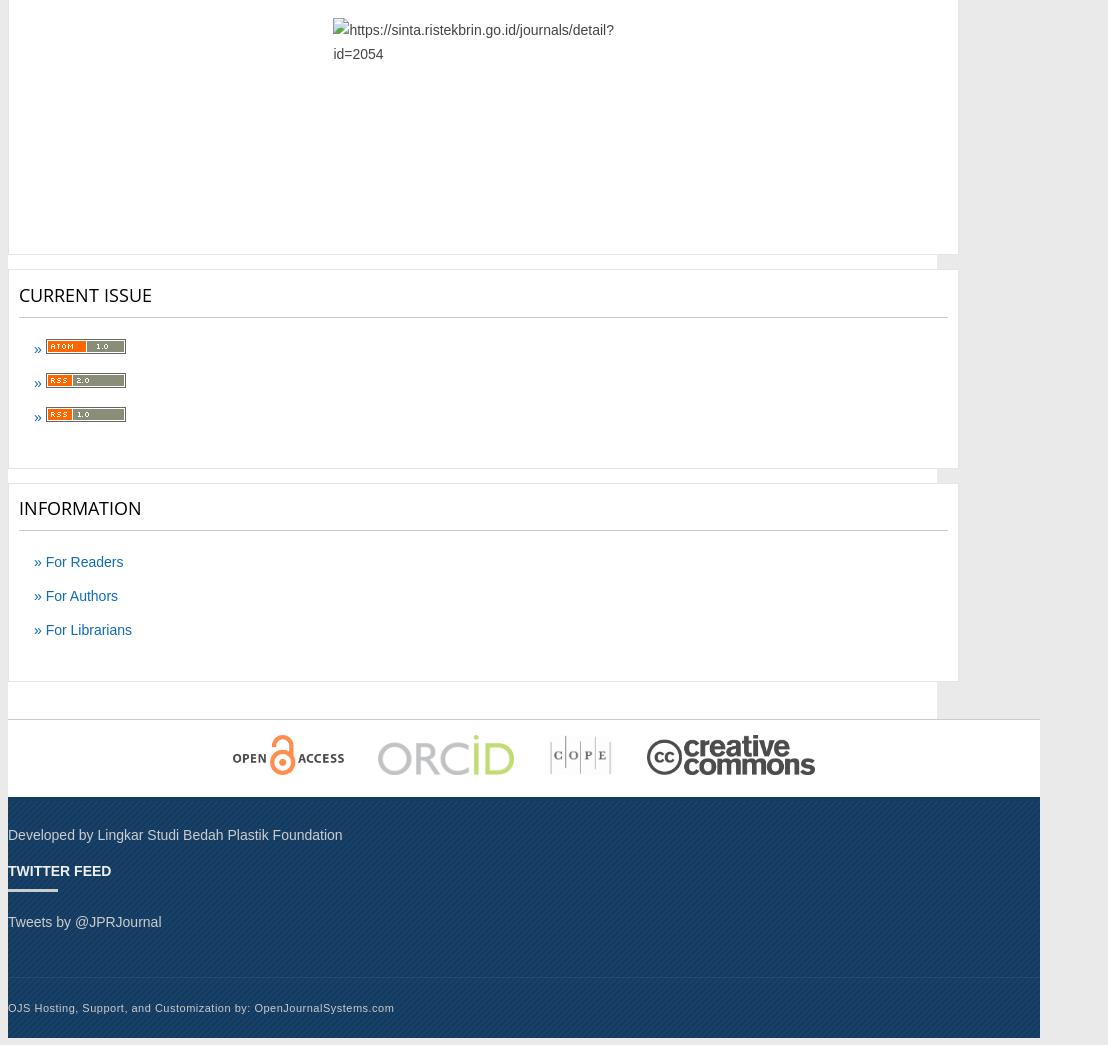 The width and height of the screenshot is (1108, 1045). What do you see at coordinates (175, 833) in the screenshot?
I see `'Developed by Lingkar Studi Bedah Plastik Foundation'` at bounding box center [175, 833].